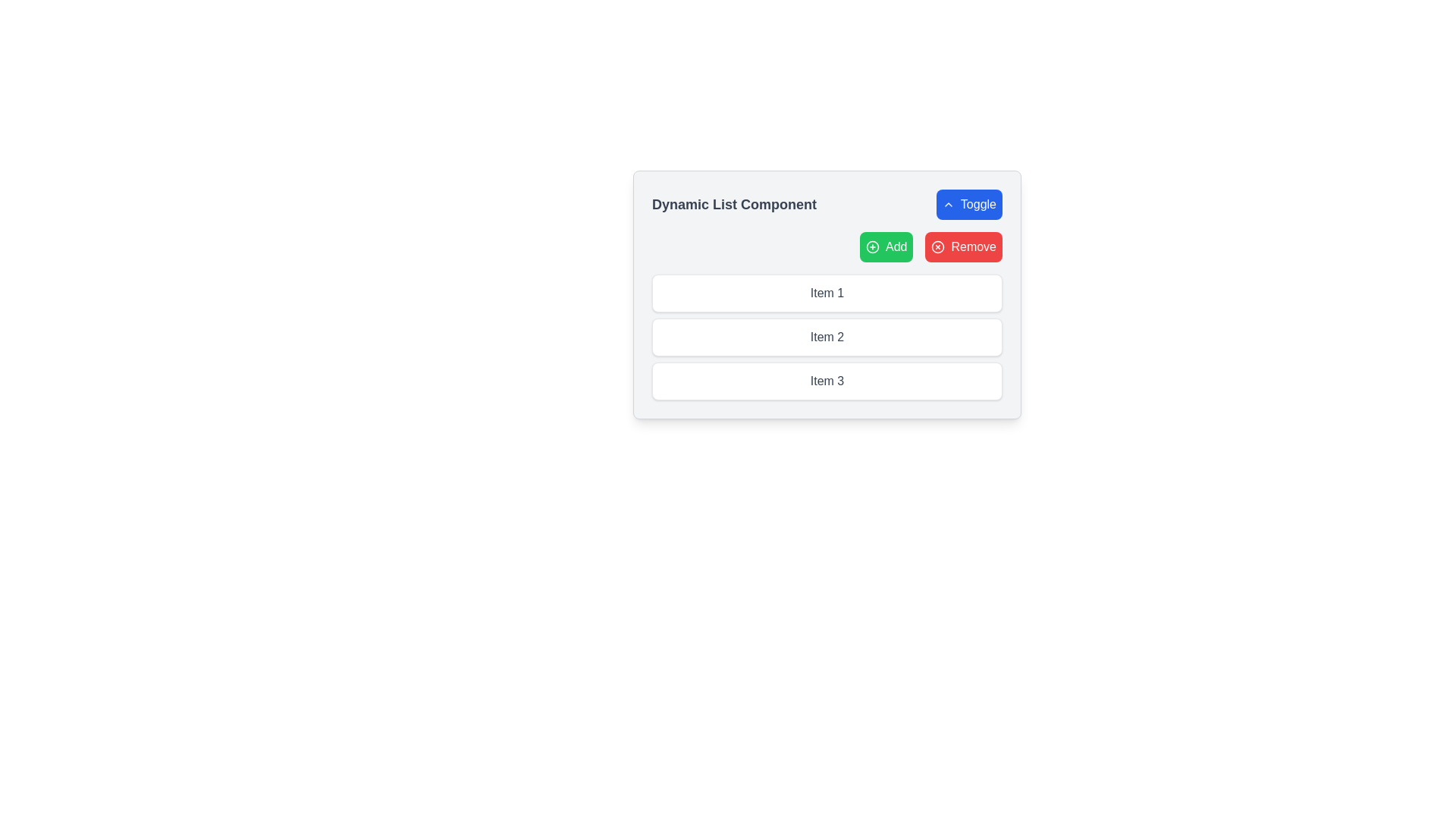  I want to click on the static text label that indicates the toggle functionality, positioned at the rightmost part of the button, following an upwards chevron icon, so click(978, 205).